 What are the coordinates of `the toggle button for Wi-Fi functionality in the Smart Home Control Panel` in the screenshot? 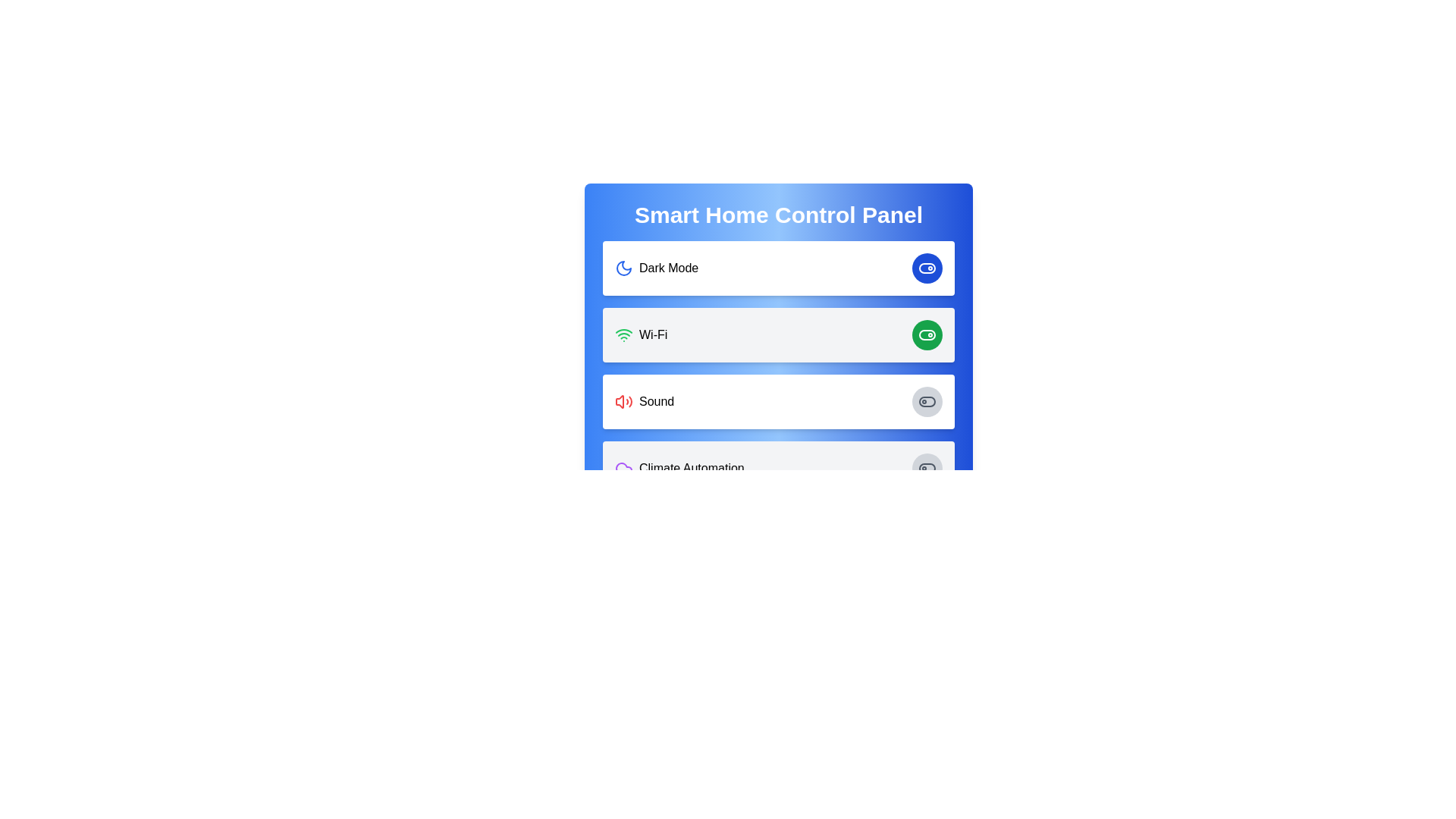 It's located at (927, 334).